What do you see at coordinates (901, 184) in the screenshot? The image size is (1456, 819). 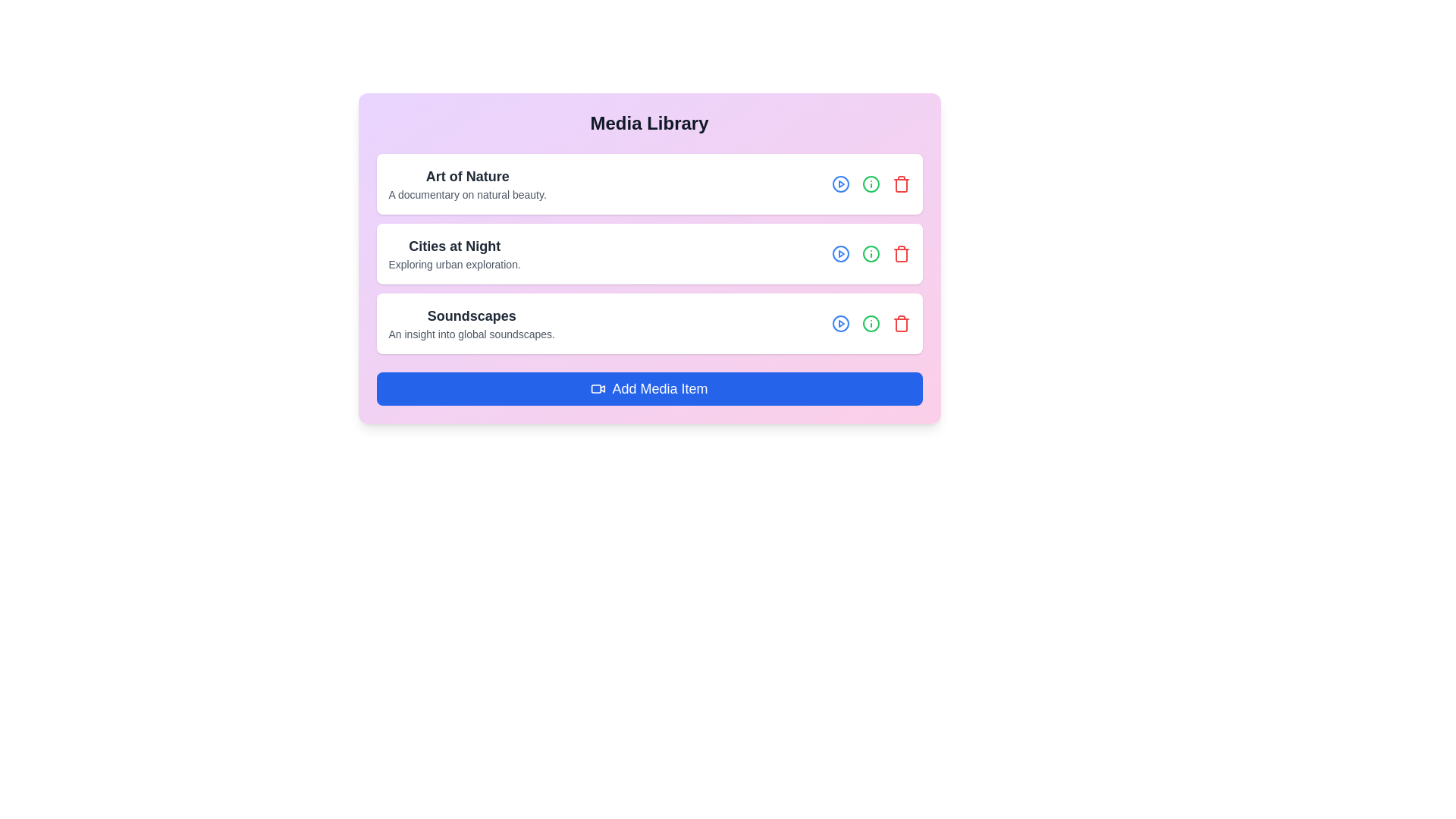 I see `trash icon for the media item titled Art of Nature to remove it` at bounding box center [901, 184].